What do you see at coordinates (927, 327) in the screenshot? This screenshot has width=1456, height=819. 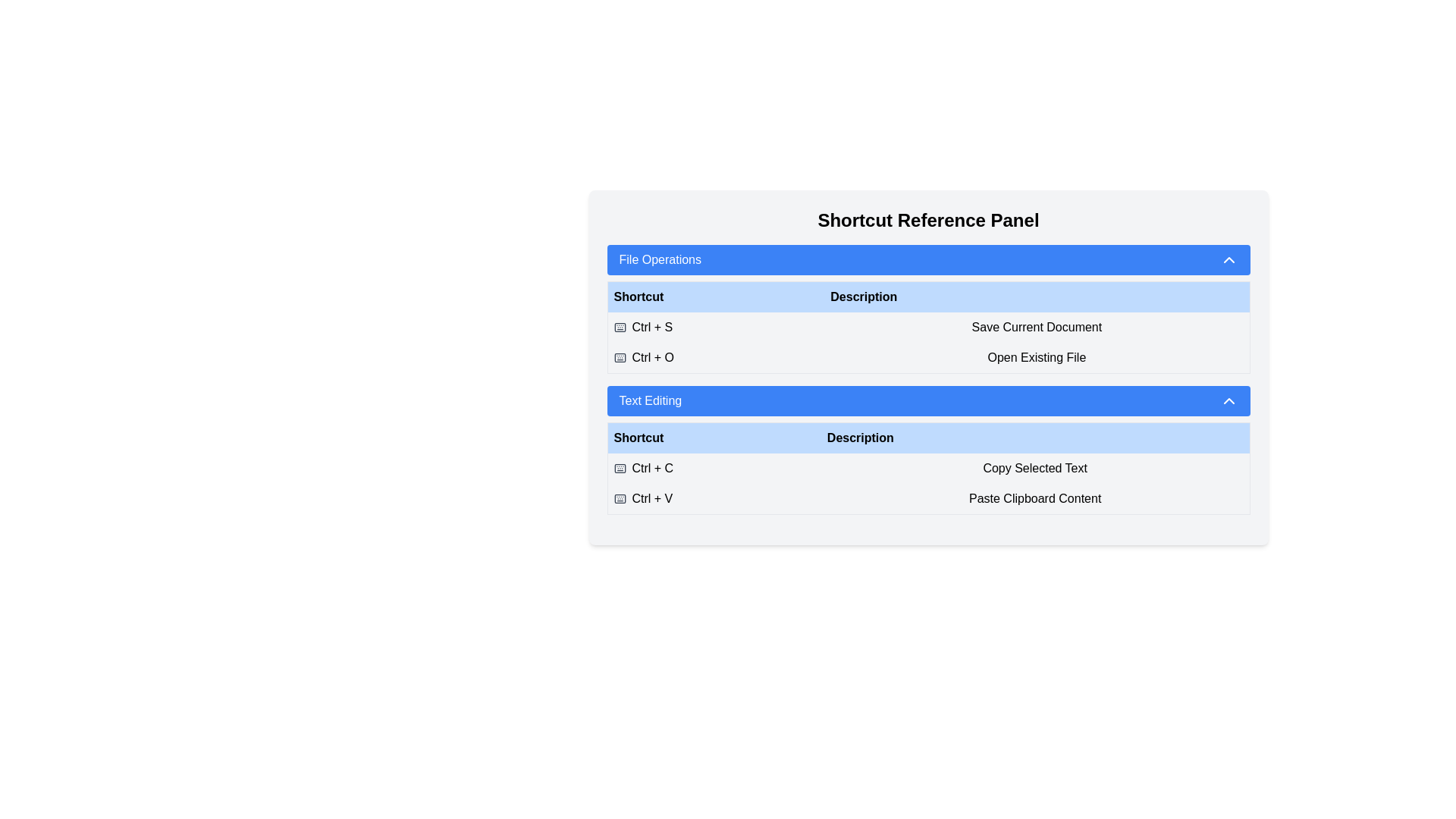 I see `the table row displaying keyboard shortcuts and their descriptions located in the 'File Operations' section, under the headings 'Shortcut' and 'Description'` at bounding box center [927, 327].